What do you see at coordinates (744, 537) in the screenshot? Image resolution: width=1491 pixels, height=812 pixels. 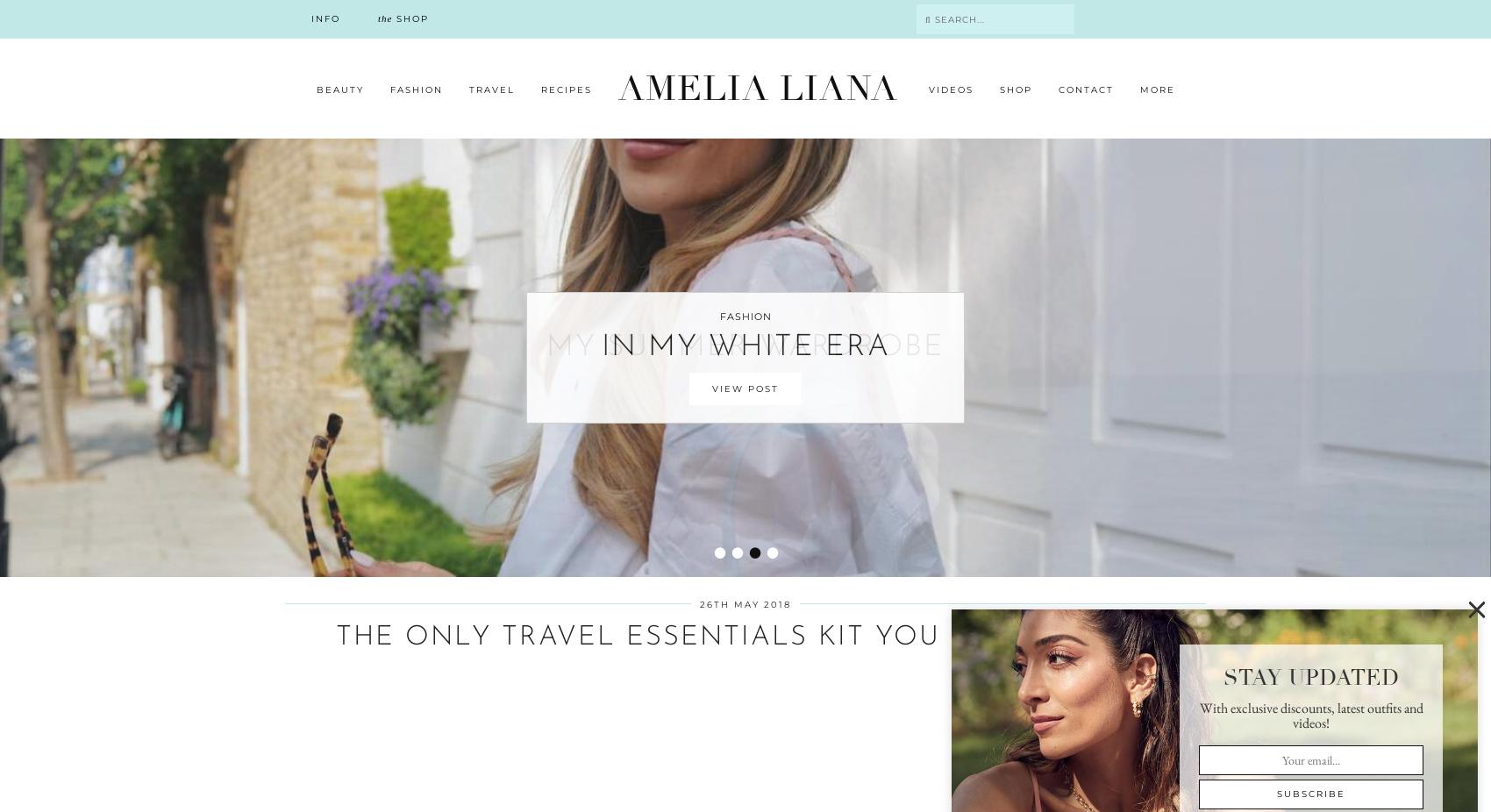 I see `'MY VISIT TO LAKE COMO'` at bounding box center [744, 537].